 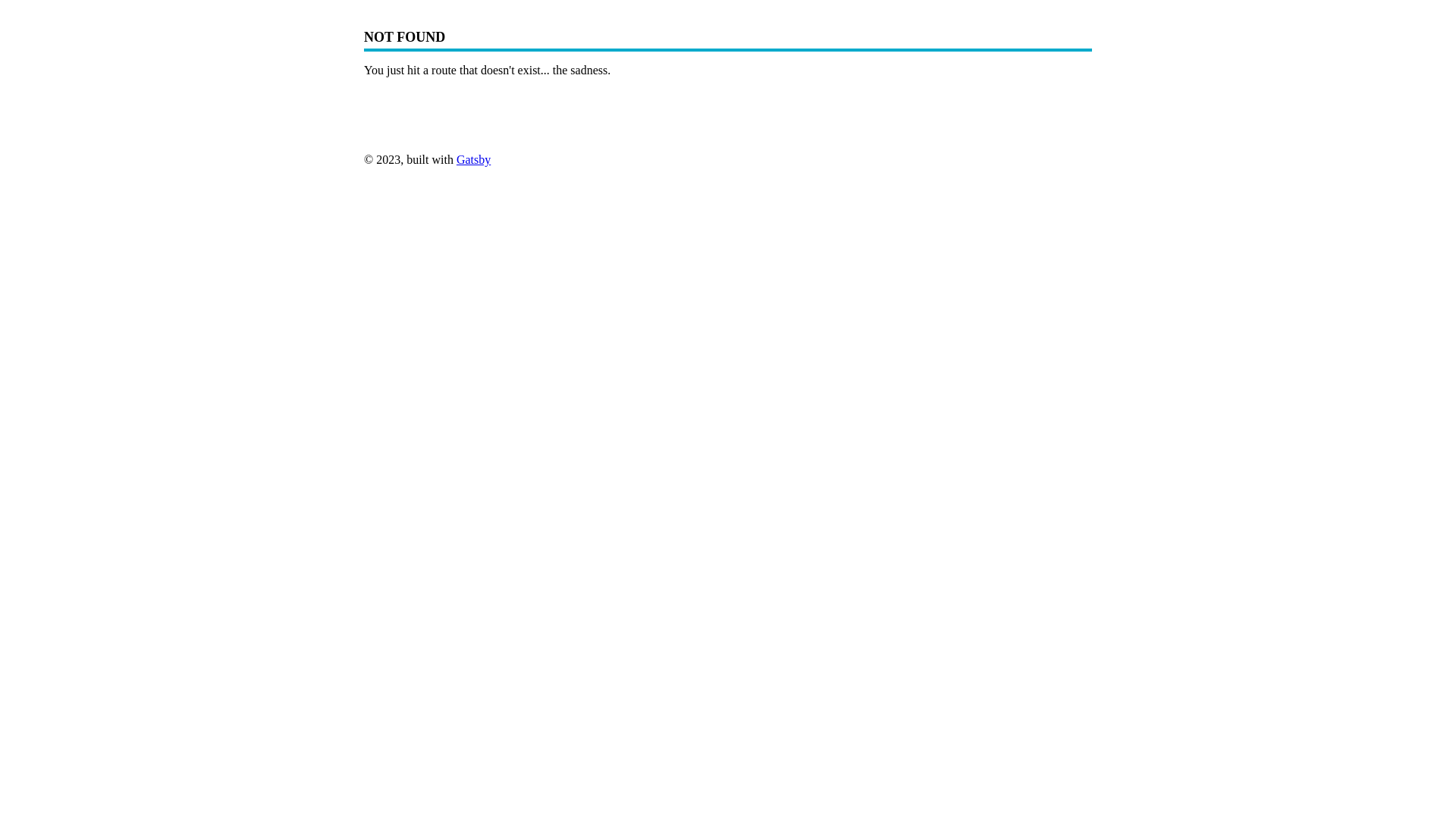 I want to click on 'Gatsby', so click(x=472, y=159).